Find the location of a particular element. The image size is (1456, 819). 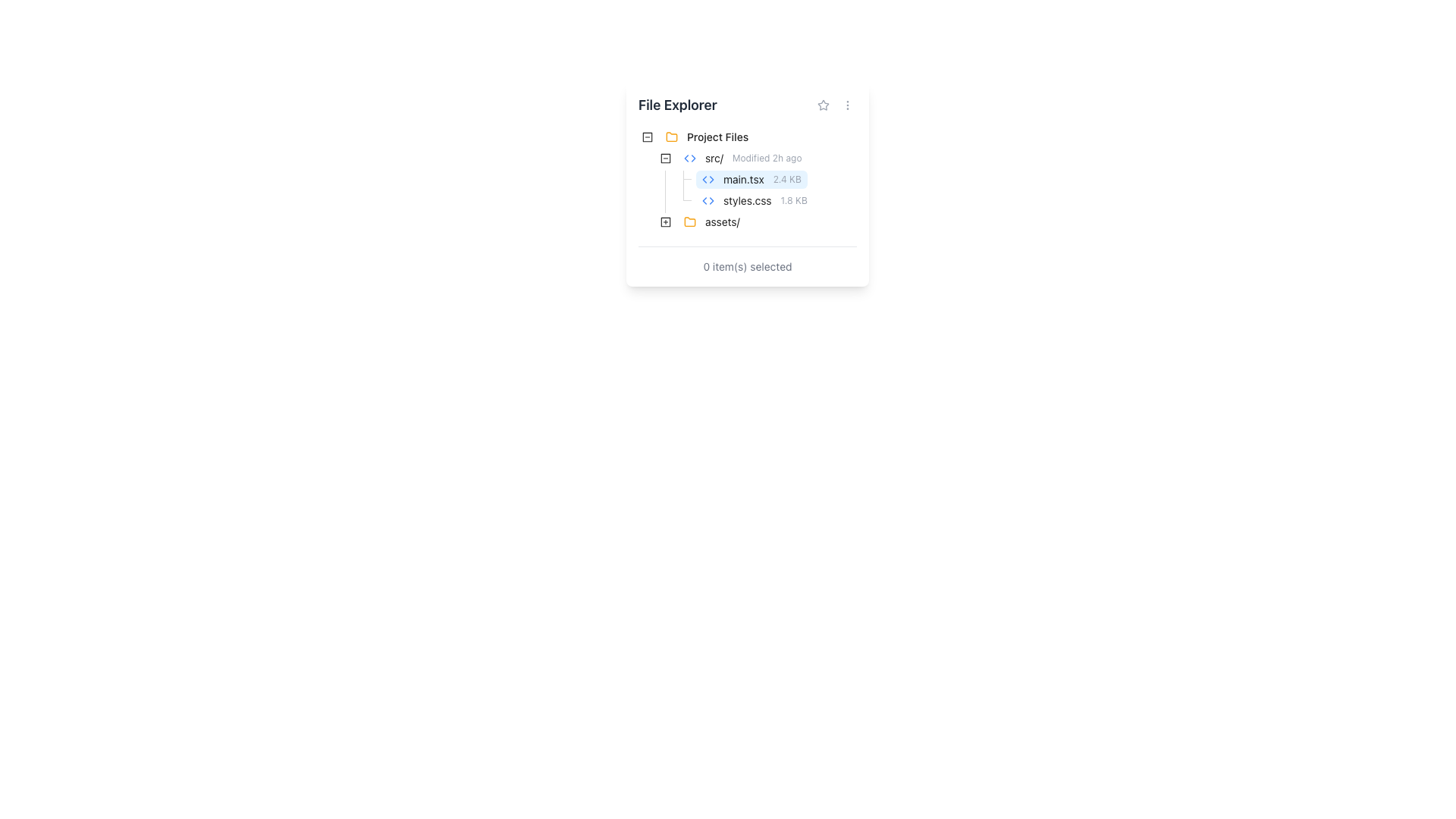

the 'assets/' directory in the file explorer is located at coordinates (711, 222).